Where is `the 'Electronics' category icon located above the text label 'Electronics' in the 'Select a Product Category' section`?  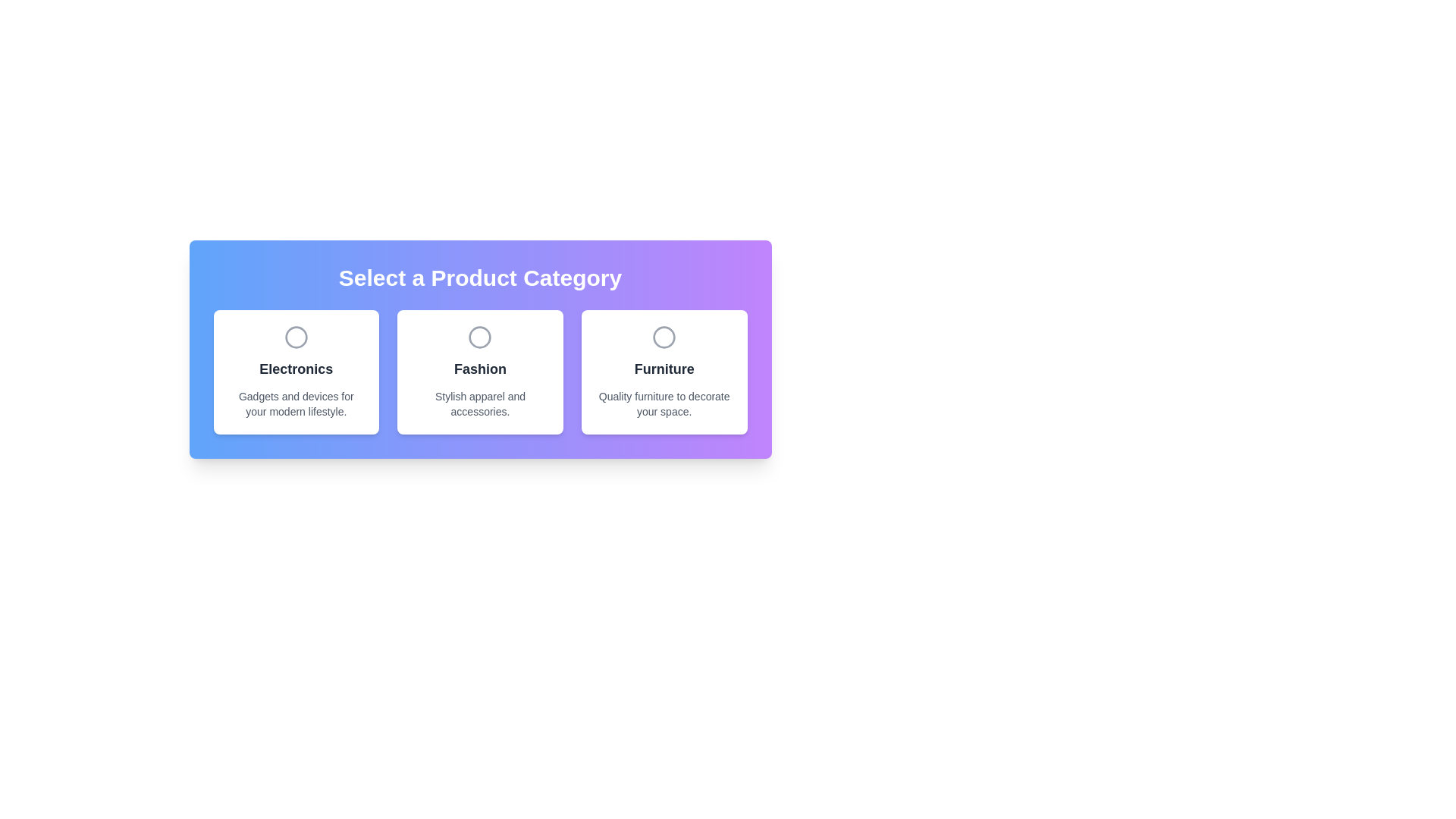 the 'Electronics' category icon located above the text label 'Electronics' in the 'Select a Product Category' section is located at coordinates (296, 336).